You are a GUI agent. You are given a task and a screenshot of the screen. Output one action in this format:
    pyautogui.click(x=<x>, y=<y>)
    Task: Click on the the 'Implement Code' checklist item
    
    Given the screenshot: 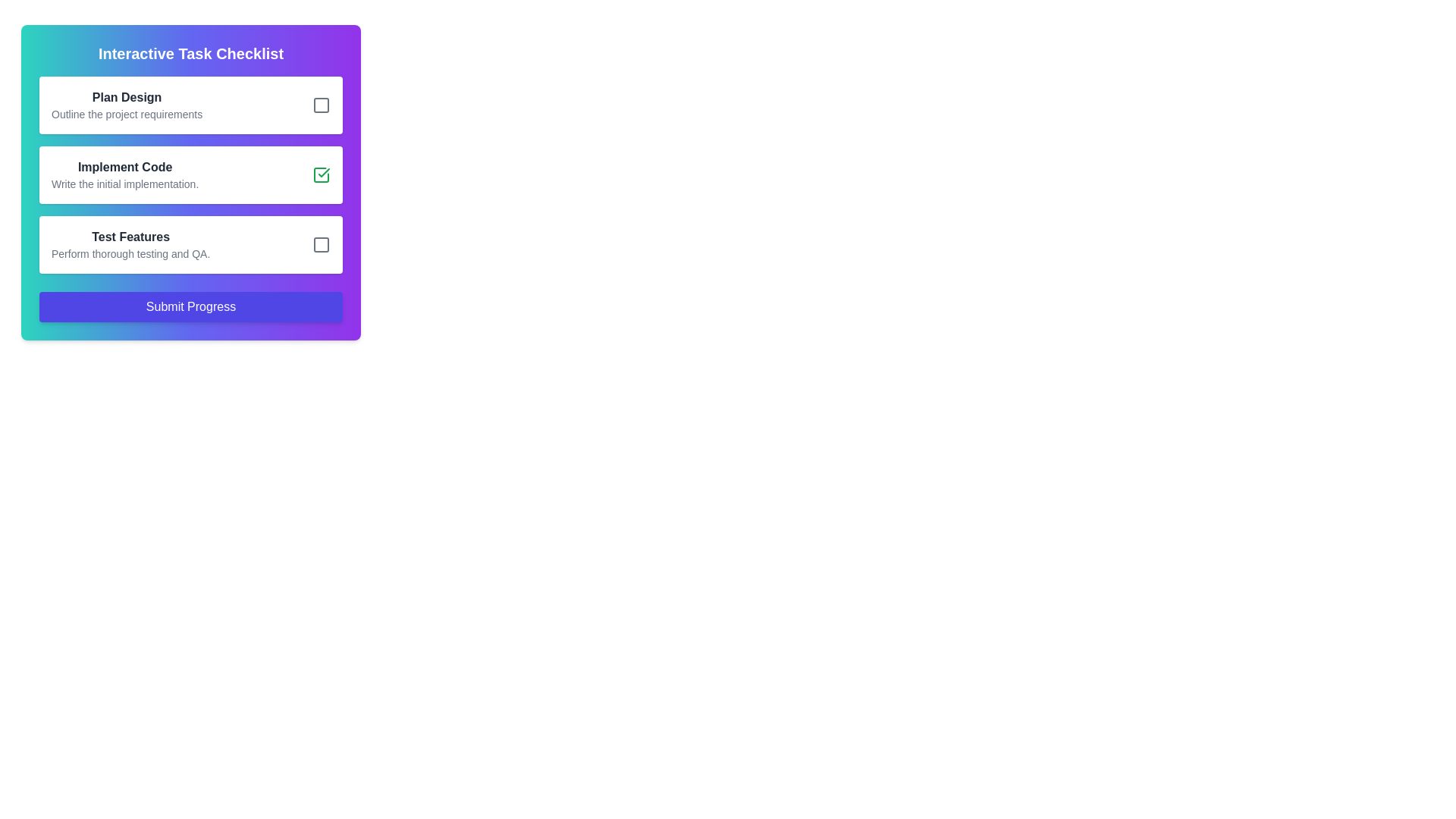 What is the action you would take?
    pyautogui.click(x=190, y=174)
    